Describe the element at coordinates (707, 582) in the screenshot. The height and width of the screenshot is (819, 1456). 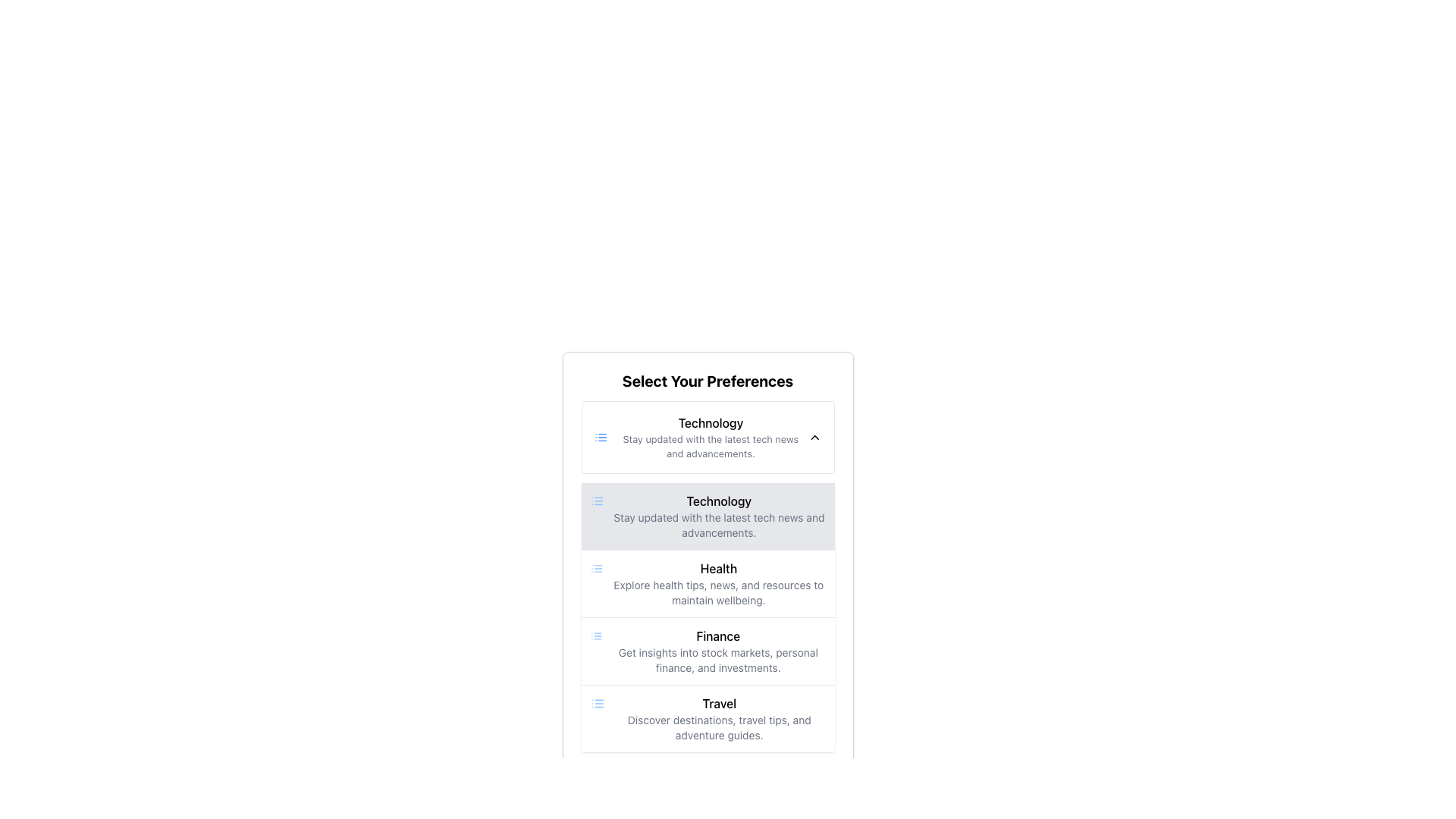
I see `the Interactive List Item labeled 'Health'` at that location.